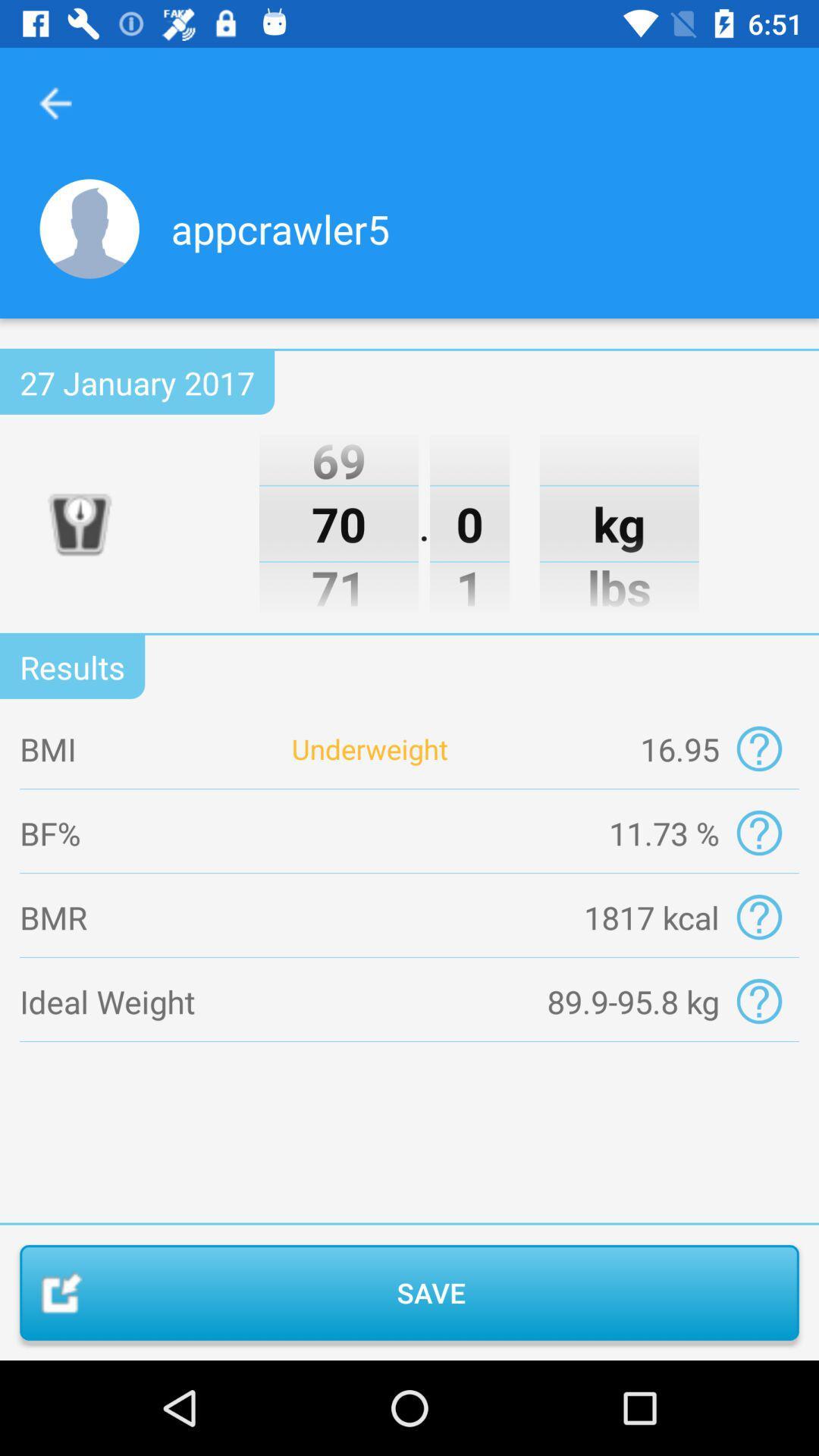 This screenshot has width=819, height=1456. I want to click on explain bmi, so click(759, 748).